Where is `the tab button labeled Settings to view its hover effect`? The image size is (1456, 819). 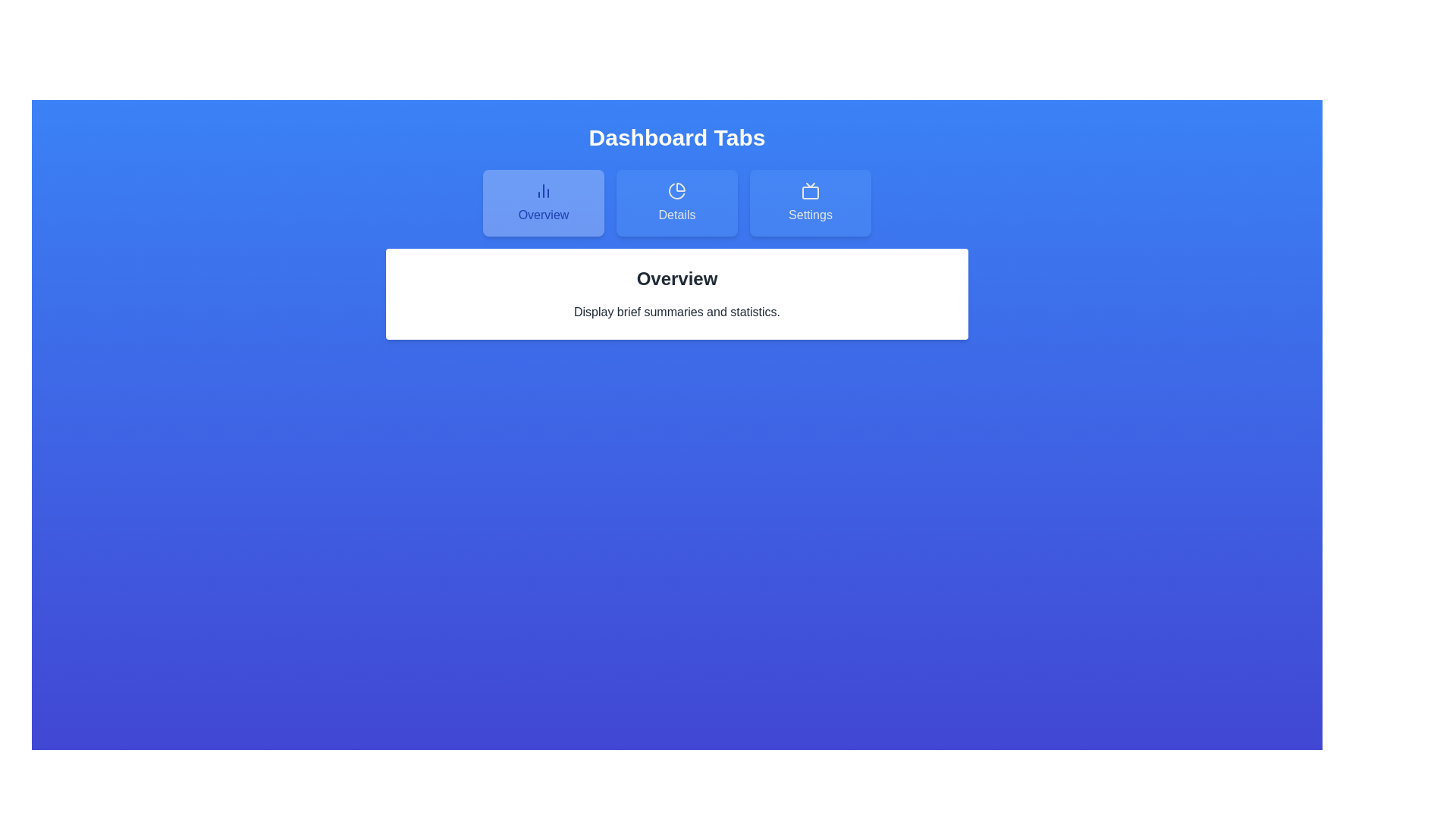
the tab button labeled Settings to view its hover effect is located at coordinates (810, 202).